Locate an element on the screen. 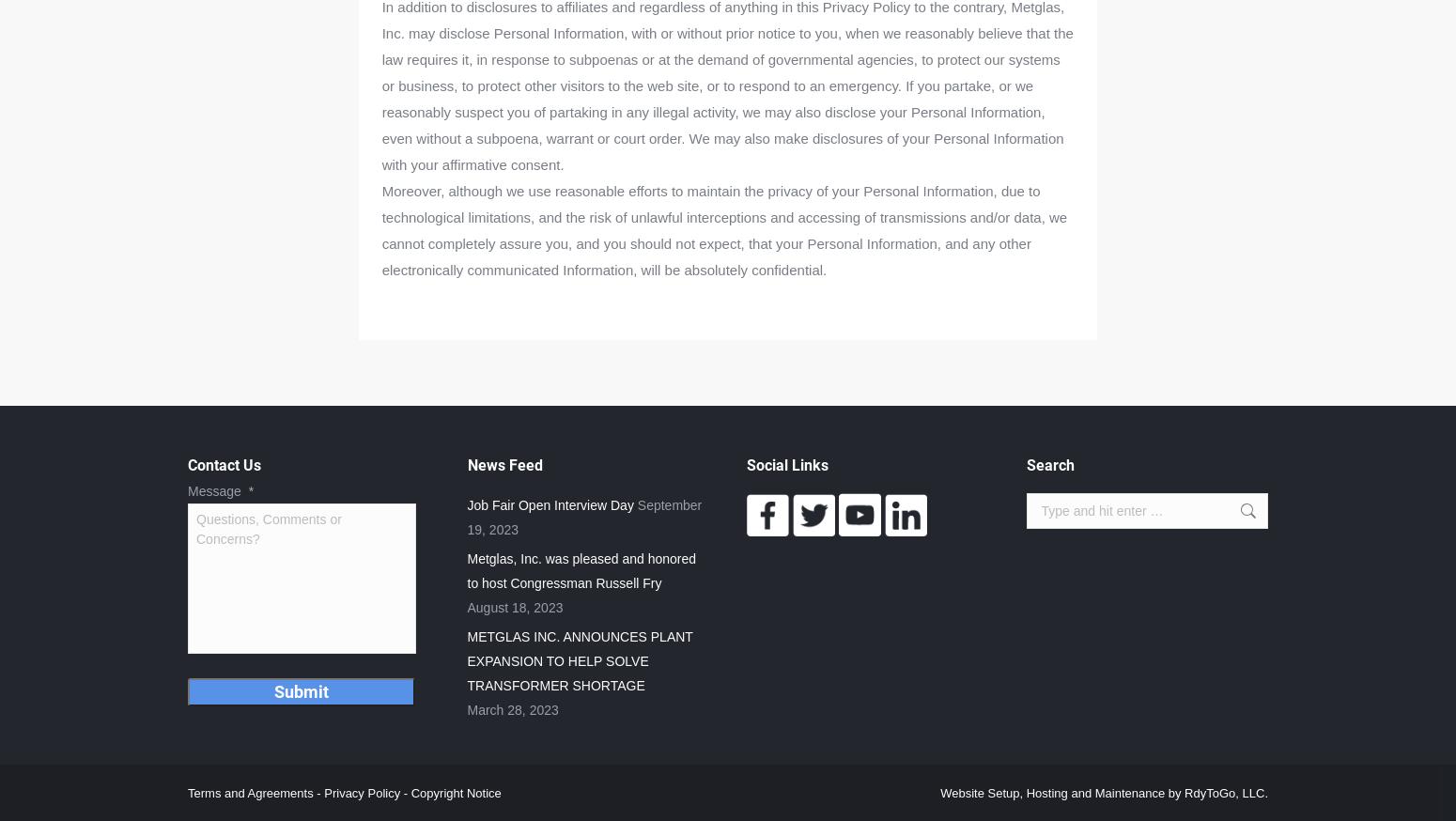  'Metglas, Inc. was pleased and honored to host Congressman Russell Fry' is located at coordinates (581, 570).